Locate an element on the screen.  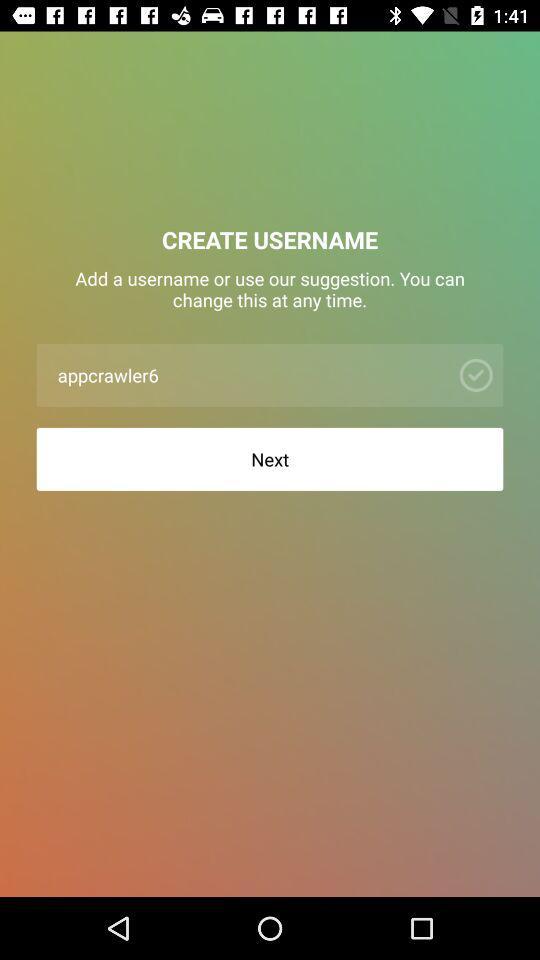
item above the next icon is located at coordinates (248, 374).